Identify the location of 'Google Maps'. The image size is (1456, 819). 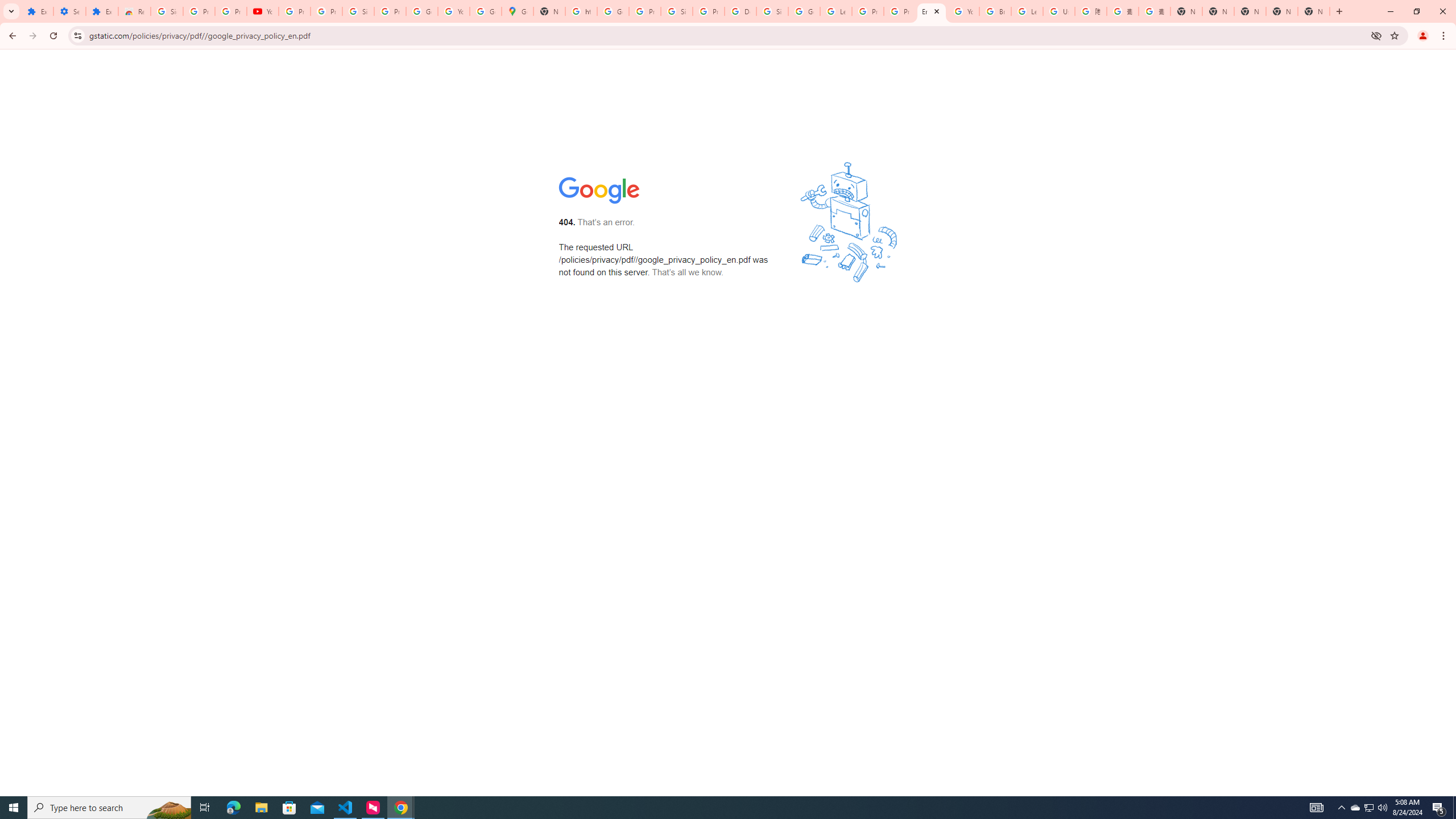
(517, 11).